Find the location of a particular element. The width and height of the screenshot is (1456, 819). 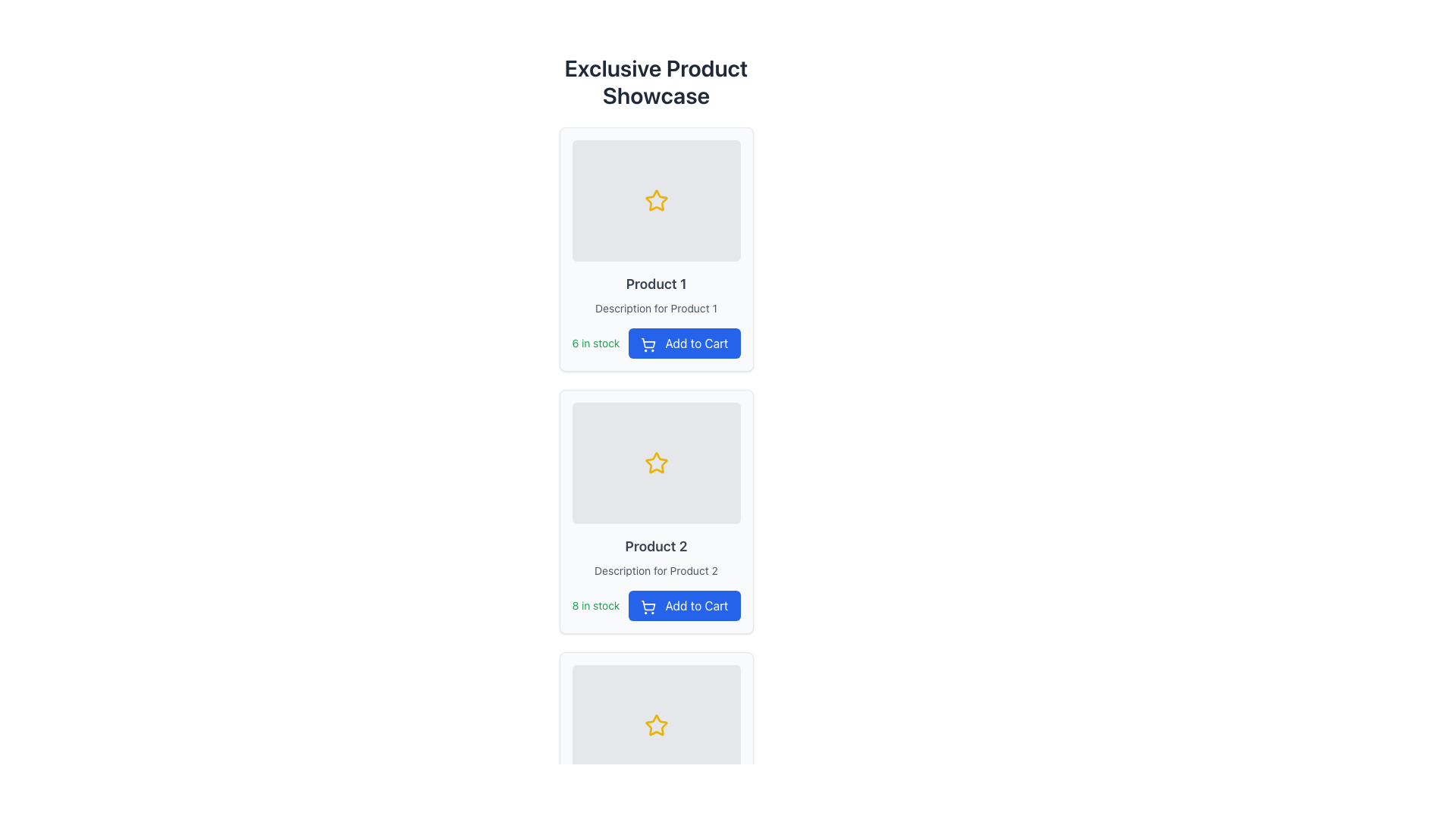

the star icon located in the first product display card, which serves as a visual indicator or rating symbol, positioned inside a gray rectangle near its center is located at coordinates (656, 200).